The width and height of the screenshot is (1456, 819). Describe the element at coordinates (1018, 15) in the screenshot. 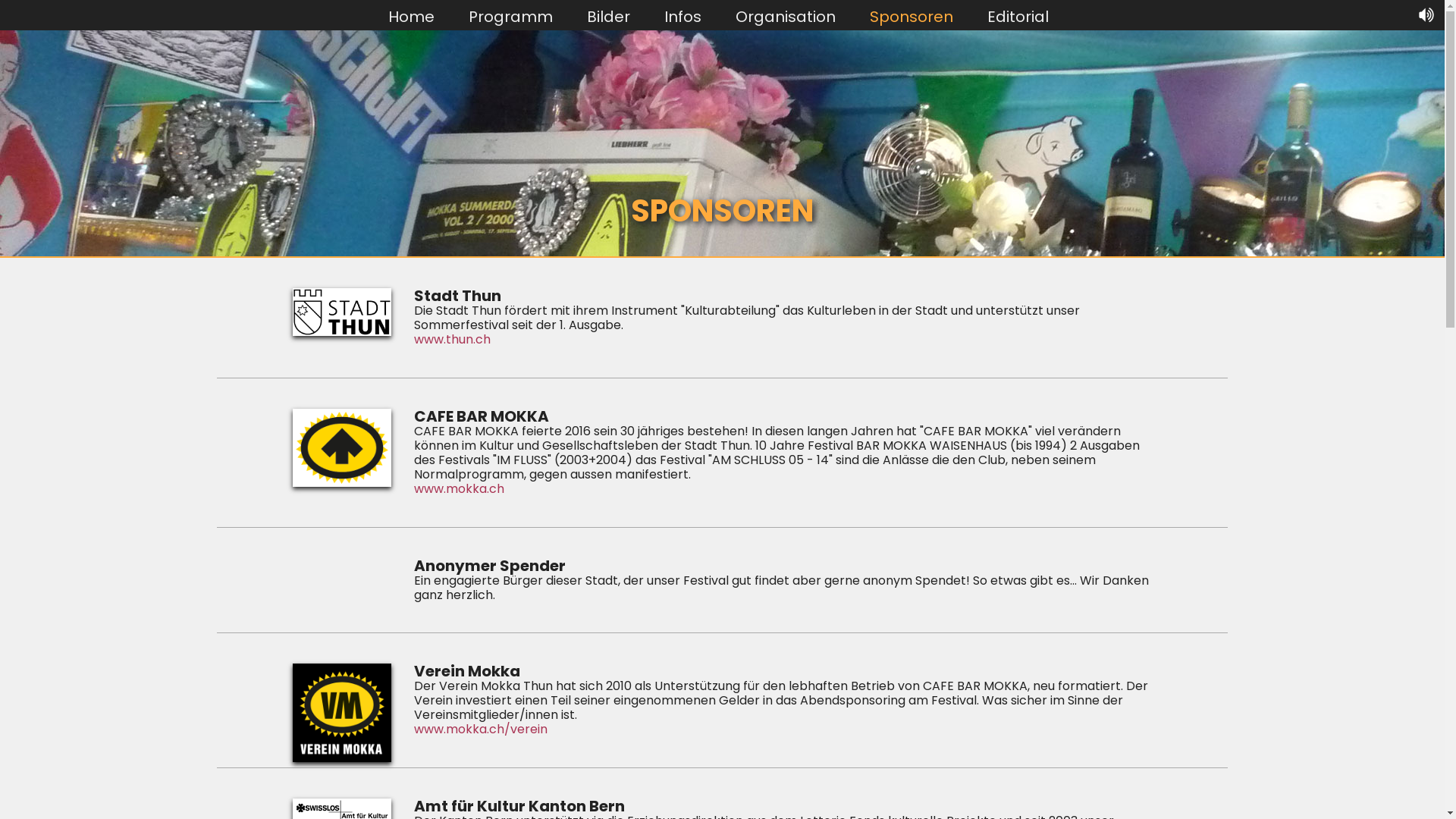

I see `'Editorial'` at that location.